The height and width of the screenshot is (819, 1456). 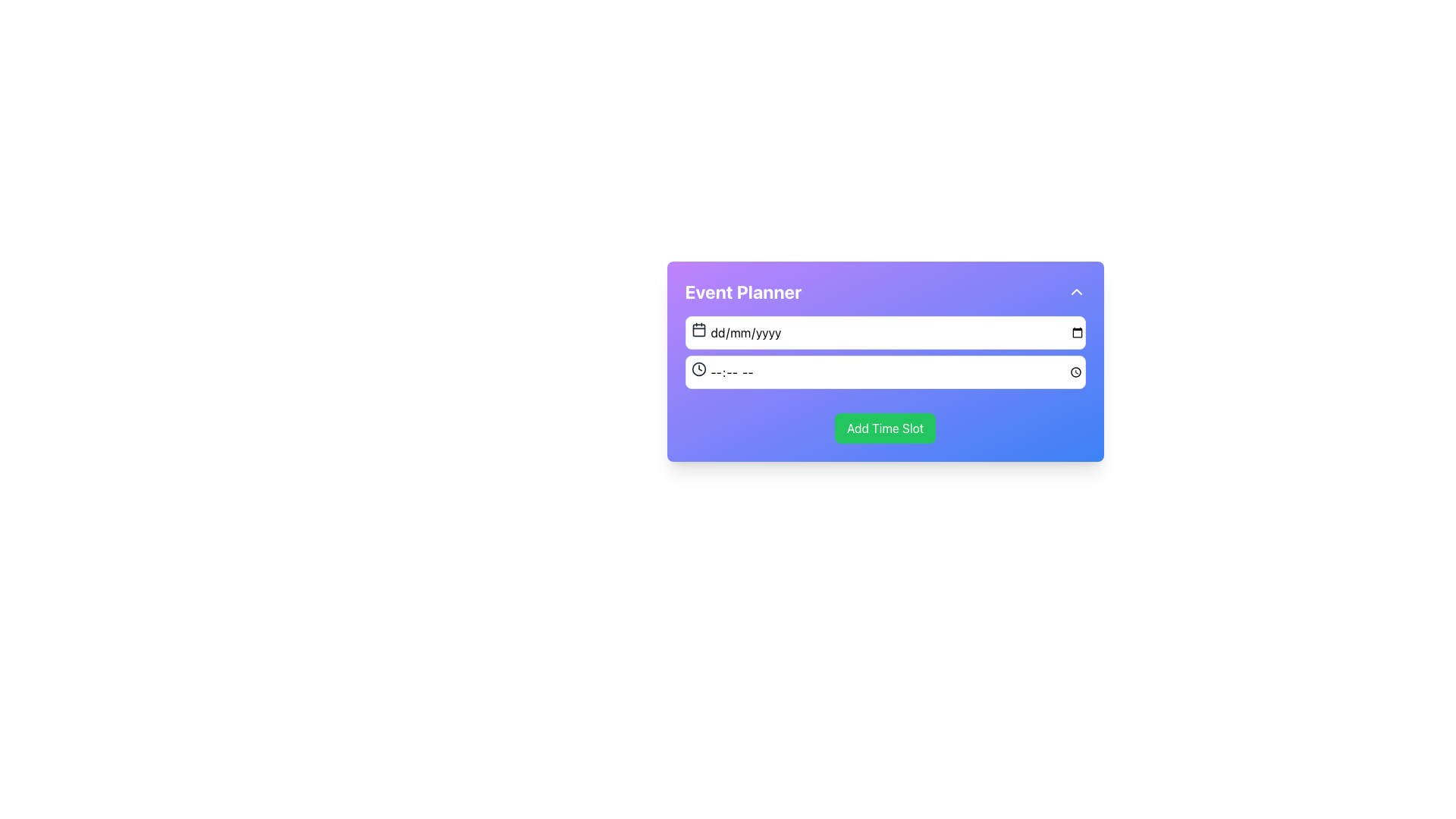 I want to click on the time input field with clock icons on both sides, so click(x=885, y=372).